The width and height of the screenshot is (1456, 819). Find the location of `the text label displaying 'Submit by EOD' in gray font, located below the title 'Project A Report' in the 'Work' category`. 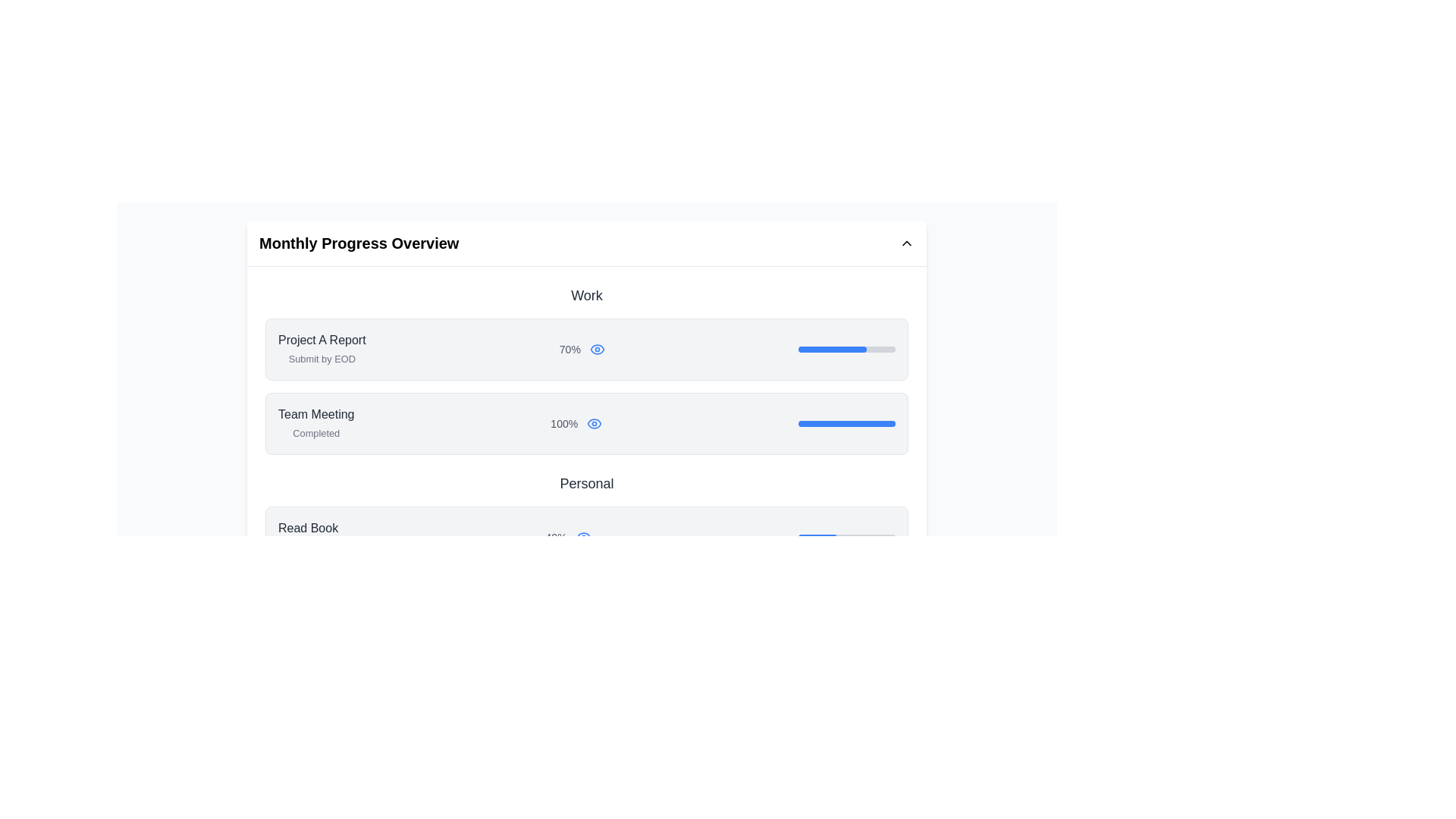

the text label displaying 'Submit by EOD' in gray font, located below the title 'Project A Report' in the 'Work' category is located at coordinates (321, 359).